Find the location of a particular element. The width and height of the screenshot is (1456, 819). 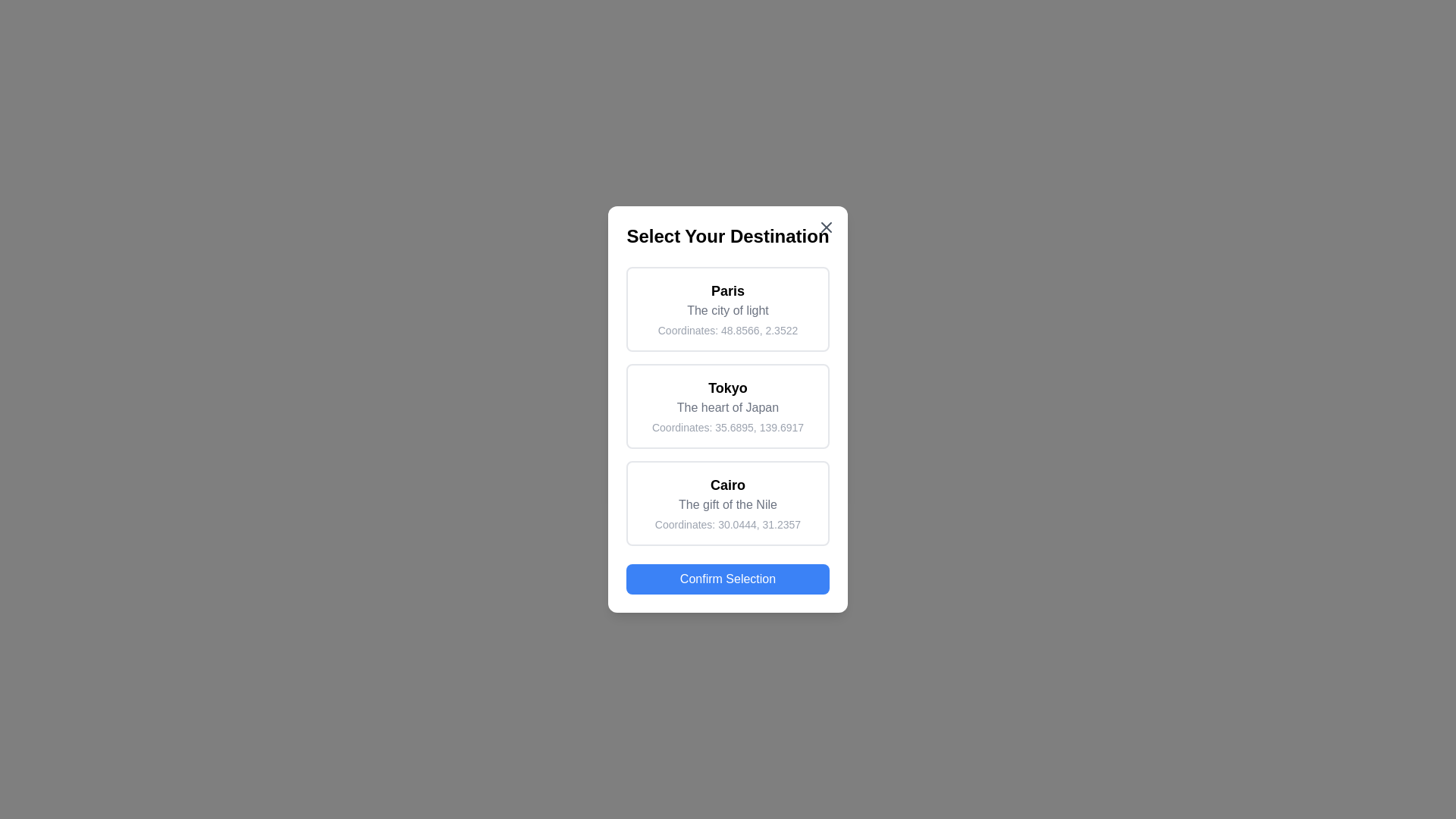

close button in the top-right corner of the dialog is located at coordinates (825, 227).